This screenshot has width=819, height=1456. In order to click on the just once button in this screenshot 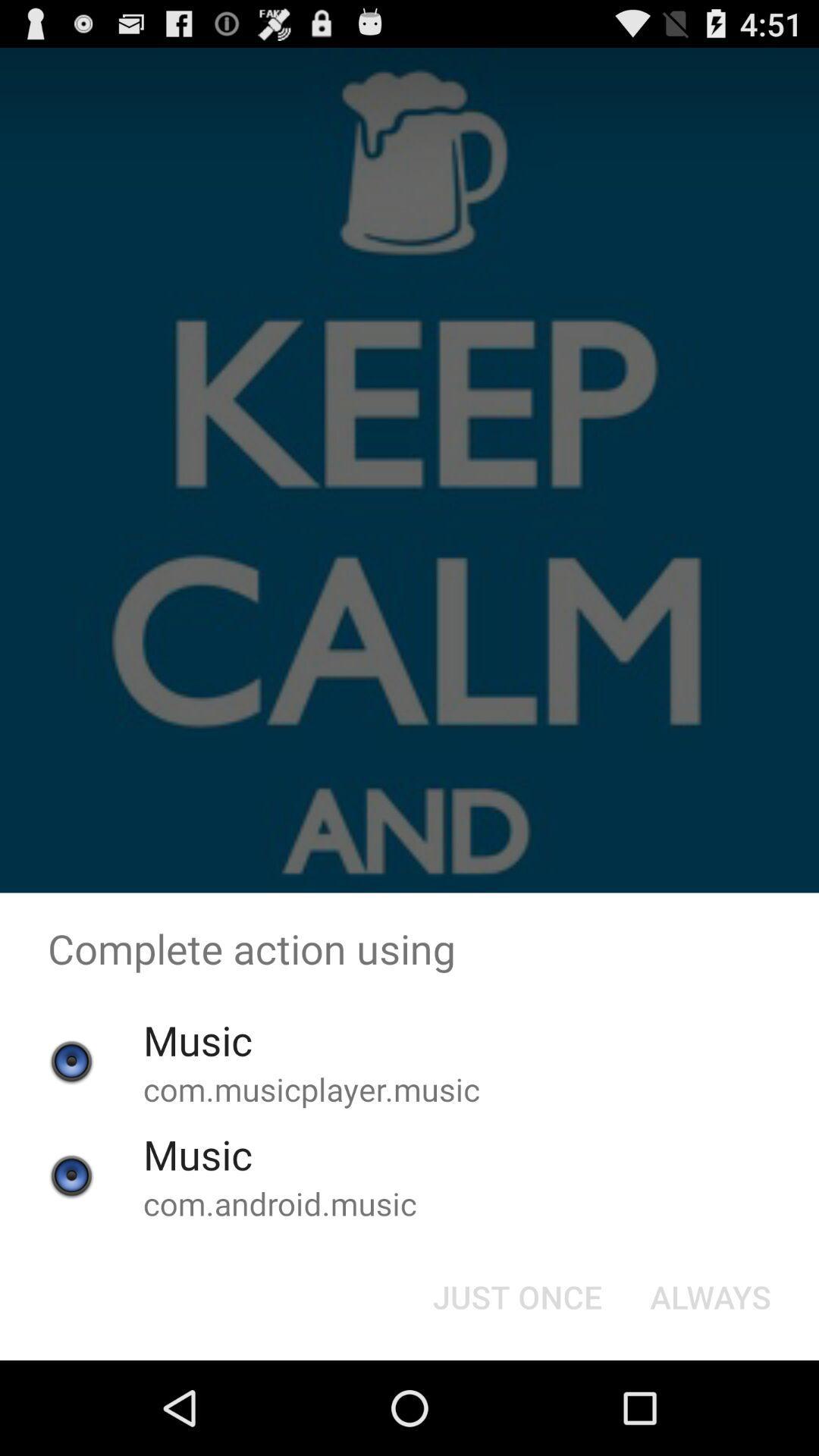, I will do `click(516, 1295)`.